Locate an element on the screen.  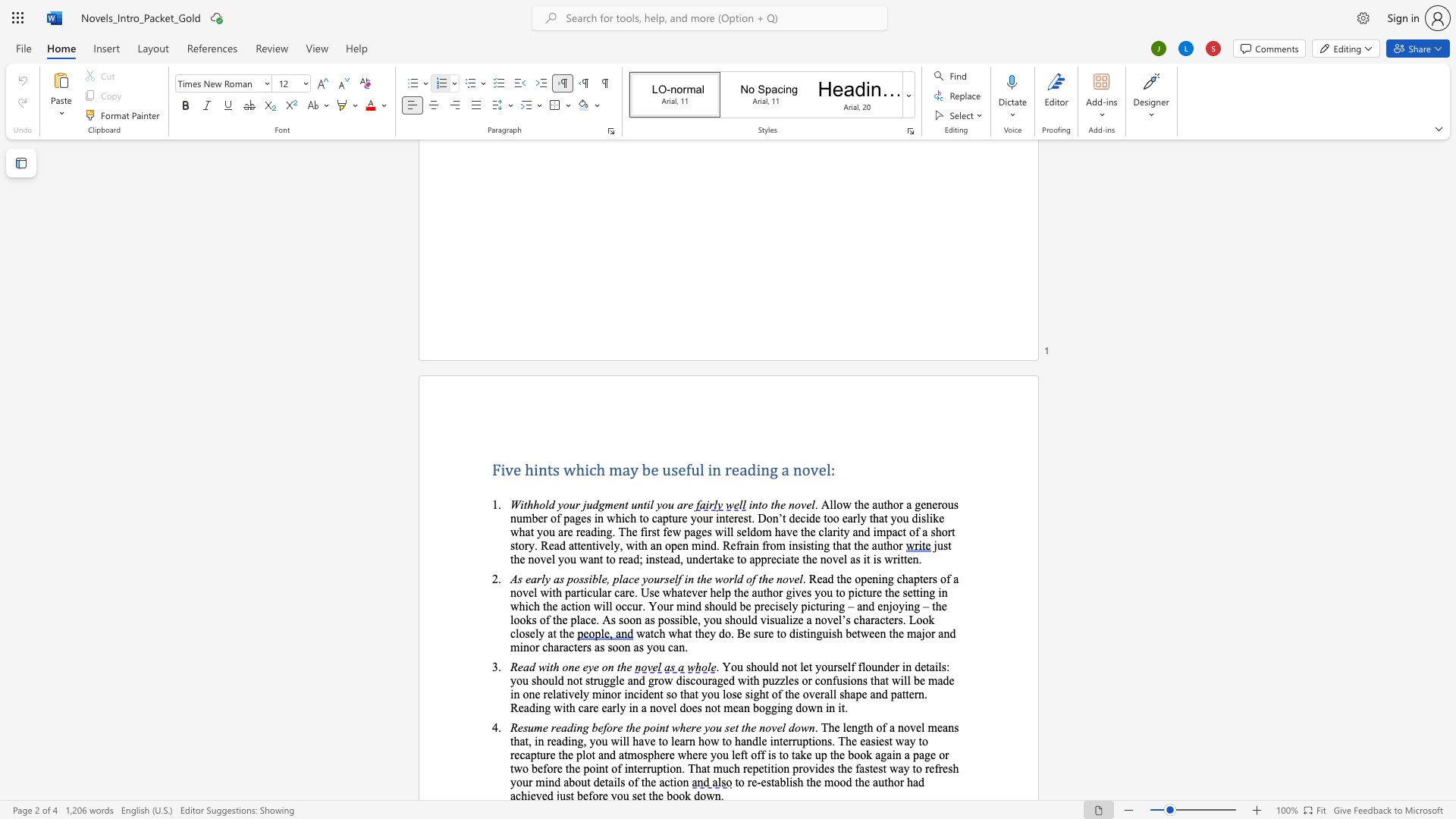
the 9th character "e" in the text is located at coordinates (732, 726).